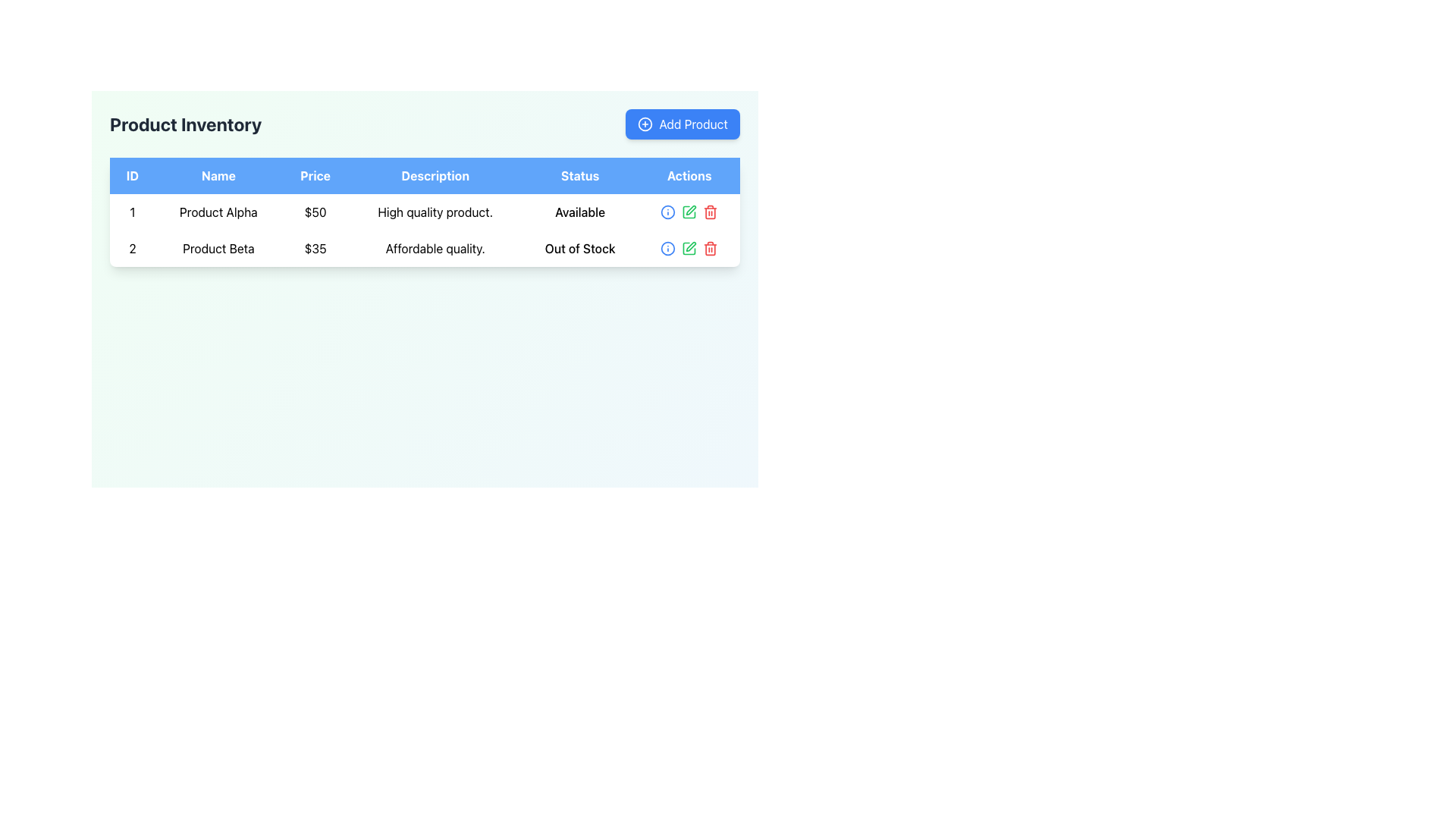 The width and height of the screenshot is (1456, 819). Describe the element at coordinates (709, 247) in the screenshot. I see `the red trash bin icon in the 'Actions' column of the second product row in the 'Product Inventory' table` at that location.